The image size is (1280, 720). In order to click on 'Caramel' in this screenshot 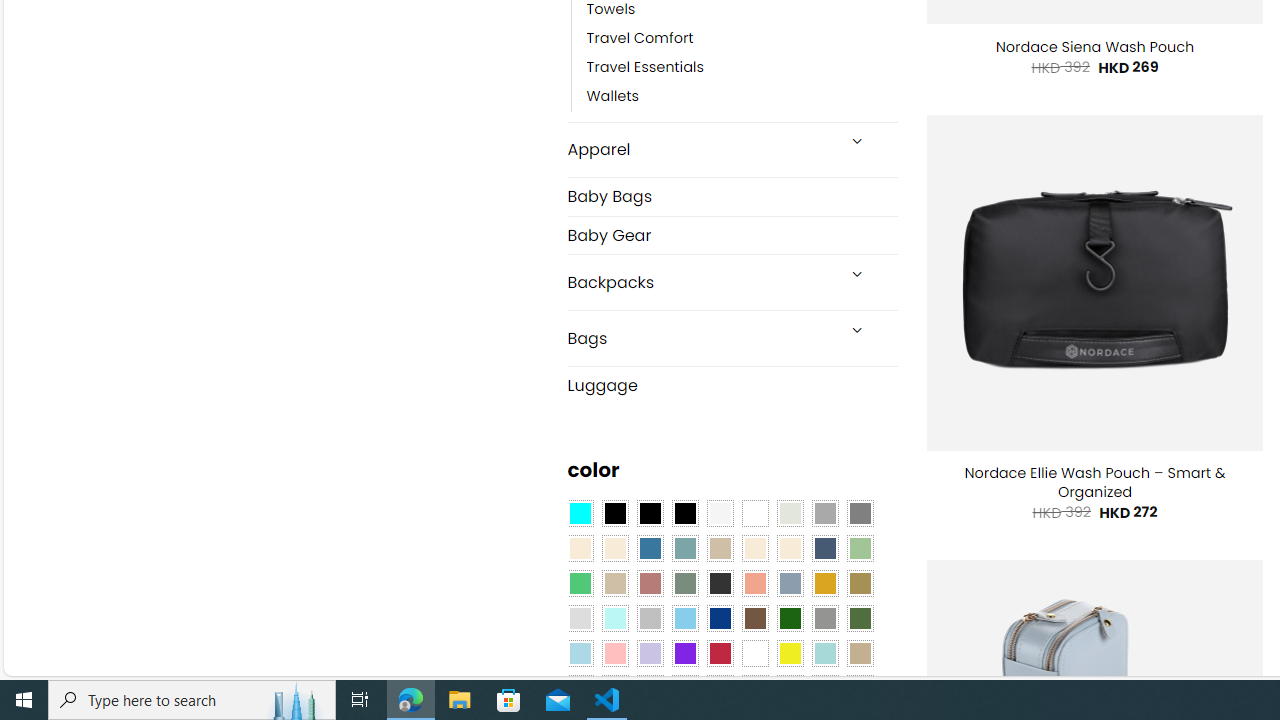, I will do `click(754, 549)`.